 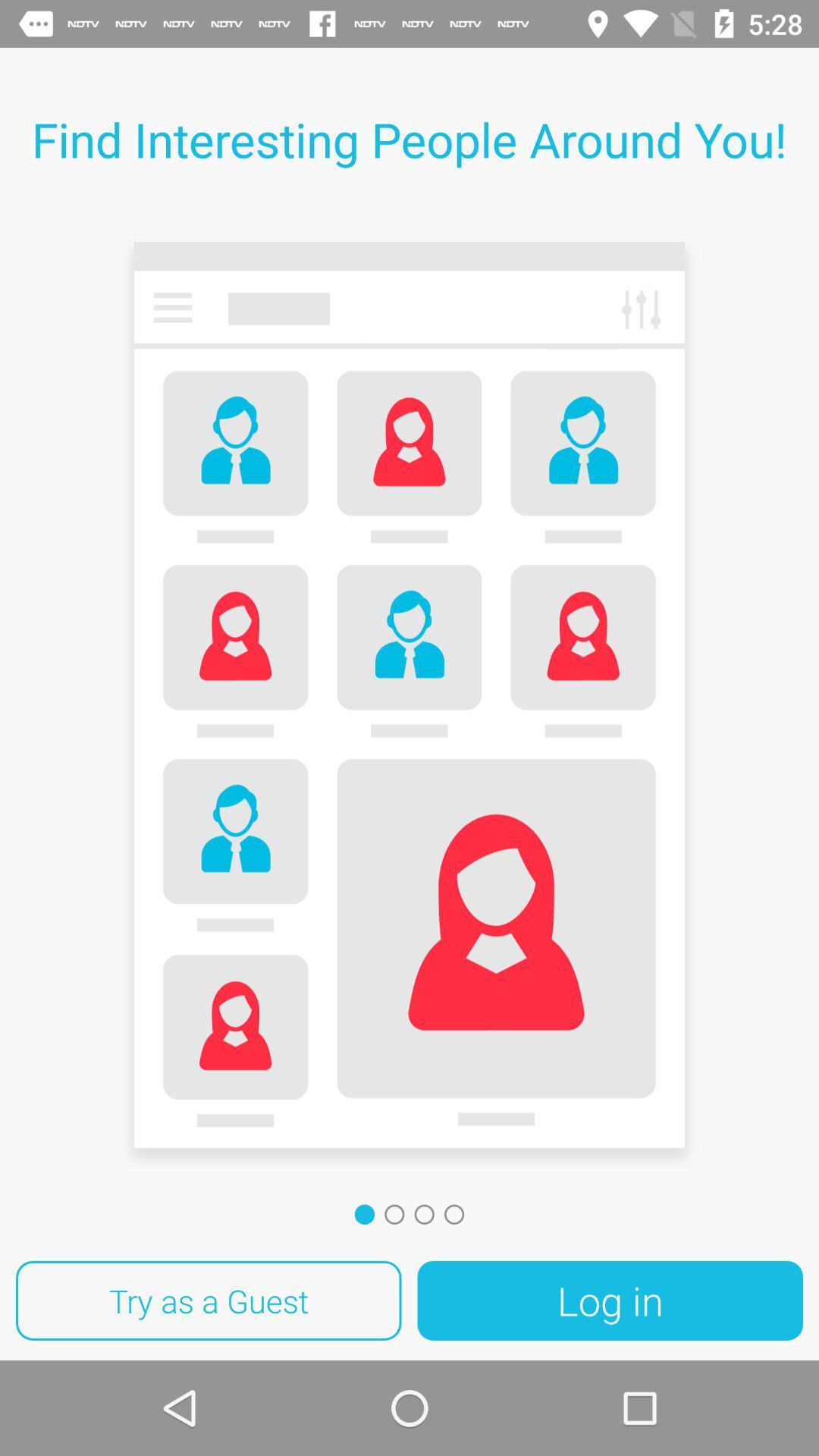 I want to click on the icon at the center, so click(x=409, y=699).